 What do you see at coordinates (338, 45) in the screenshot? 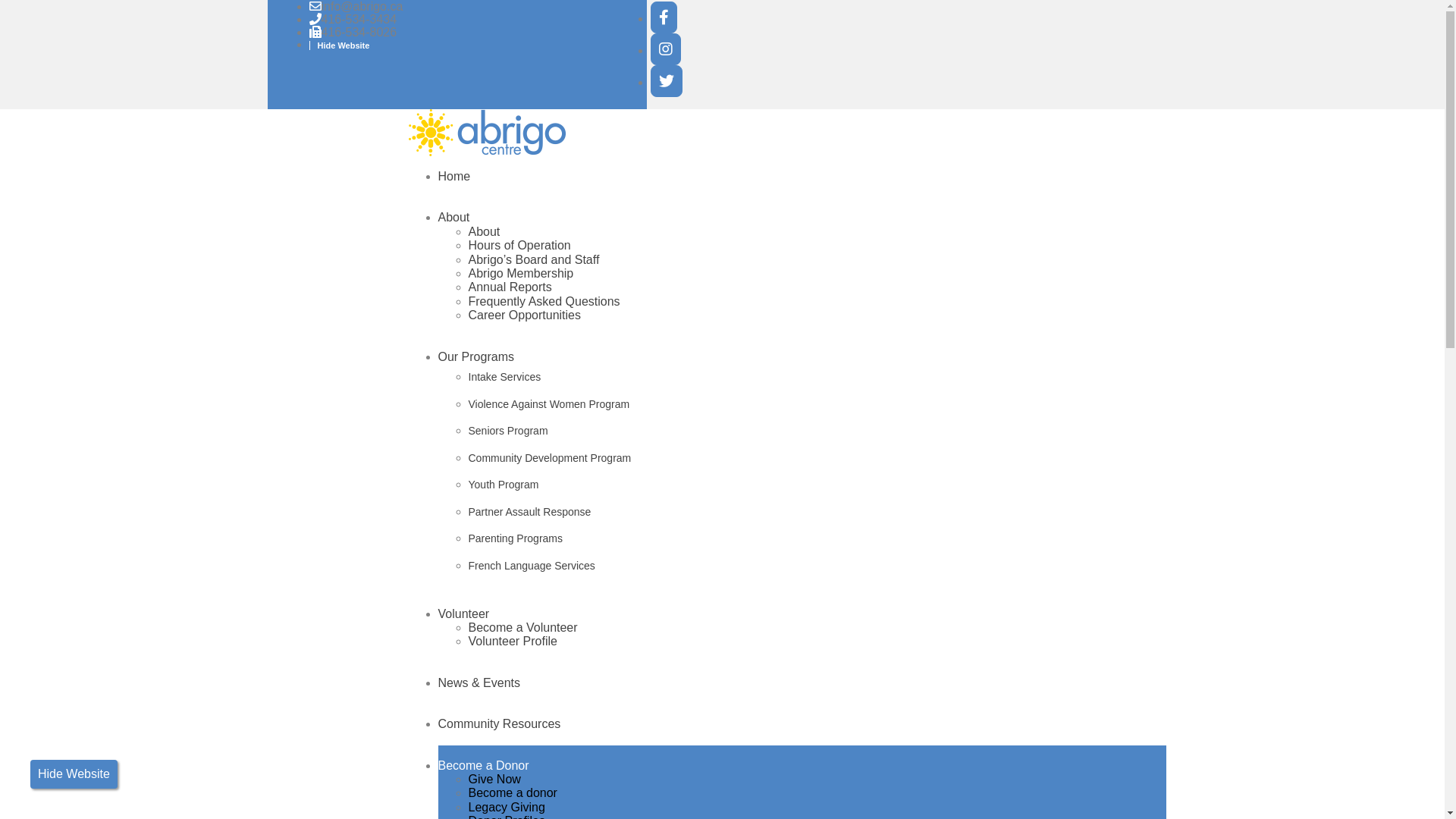
I see `'Hide Website'` at bounding box center [338, 45].